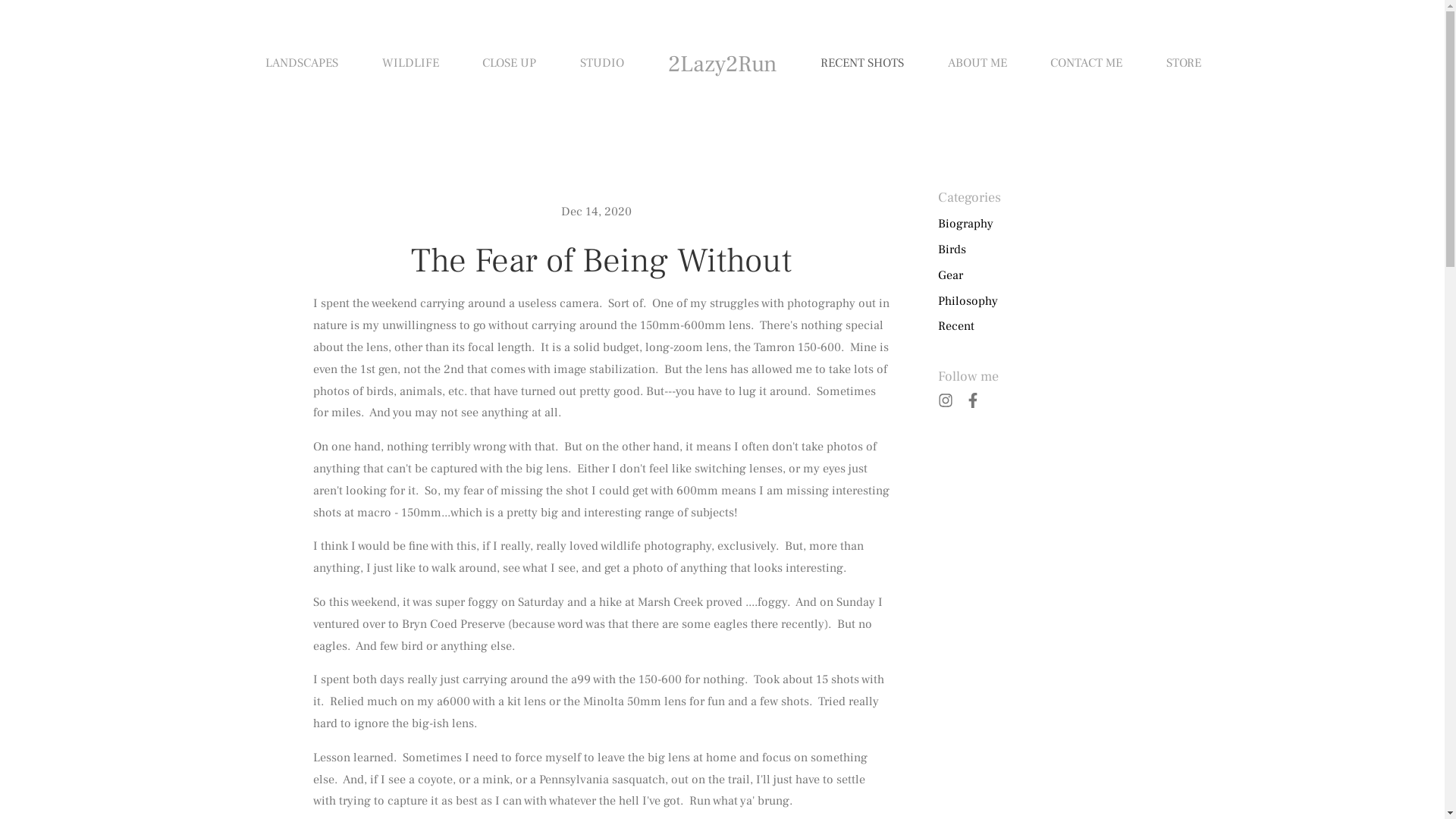  Describe the element at coordinates (977, 63) in the screenshot. I see `'ABOUT ME'` at that location.